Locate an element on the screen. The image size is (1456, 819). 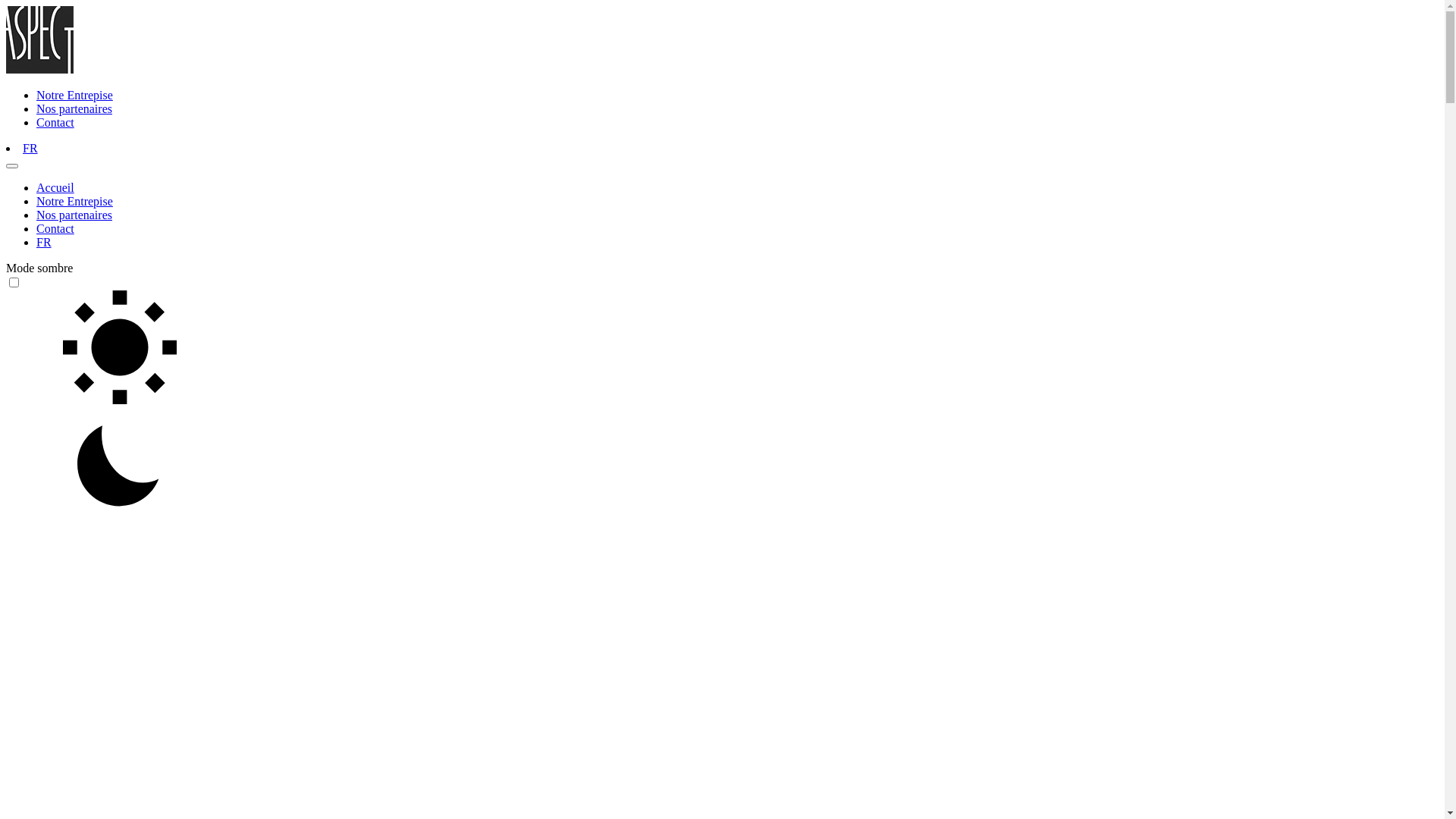
'Nos partenaires' is located at coordinates (73, 108).